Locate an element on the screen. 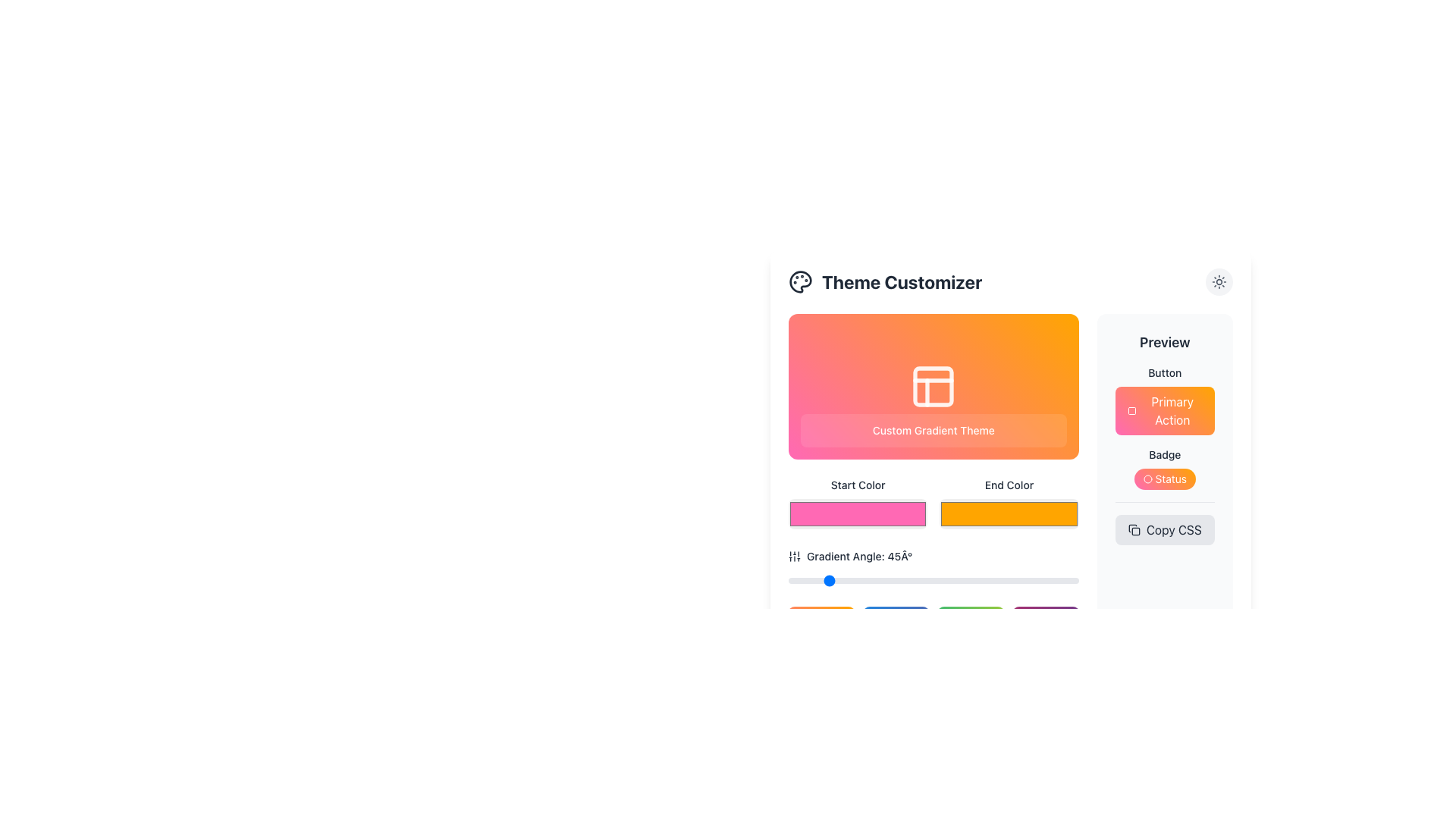  the clipboard icon located in the center-left of the 'Copy CSS' button on the interface is located at coordinates (1132, 528).